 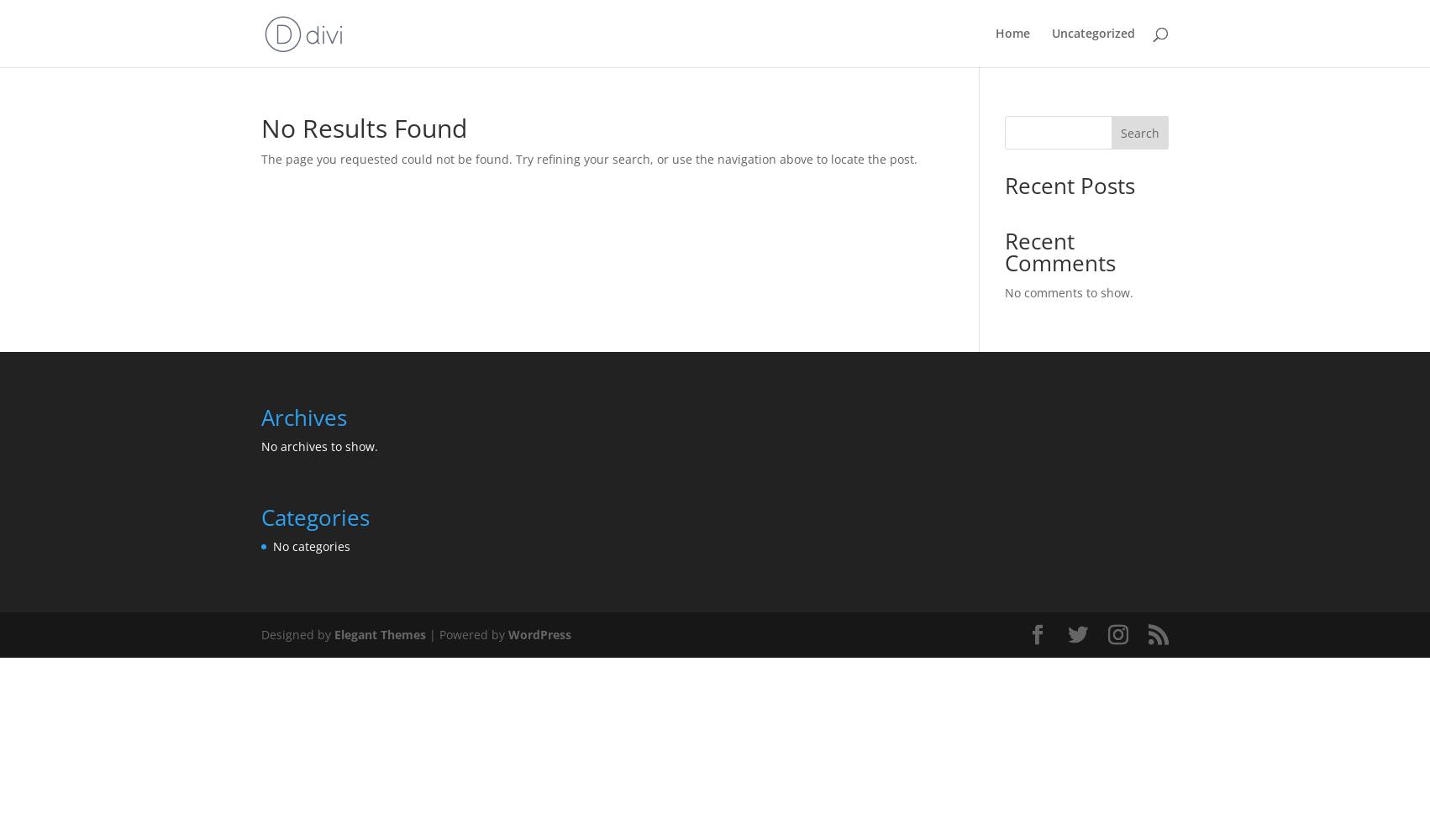 What do you see at coordinates (1069, 185) in the screenshot?
I see `'Recent Posts'` at bounding box center [1069, 185].